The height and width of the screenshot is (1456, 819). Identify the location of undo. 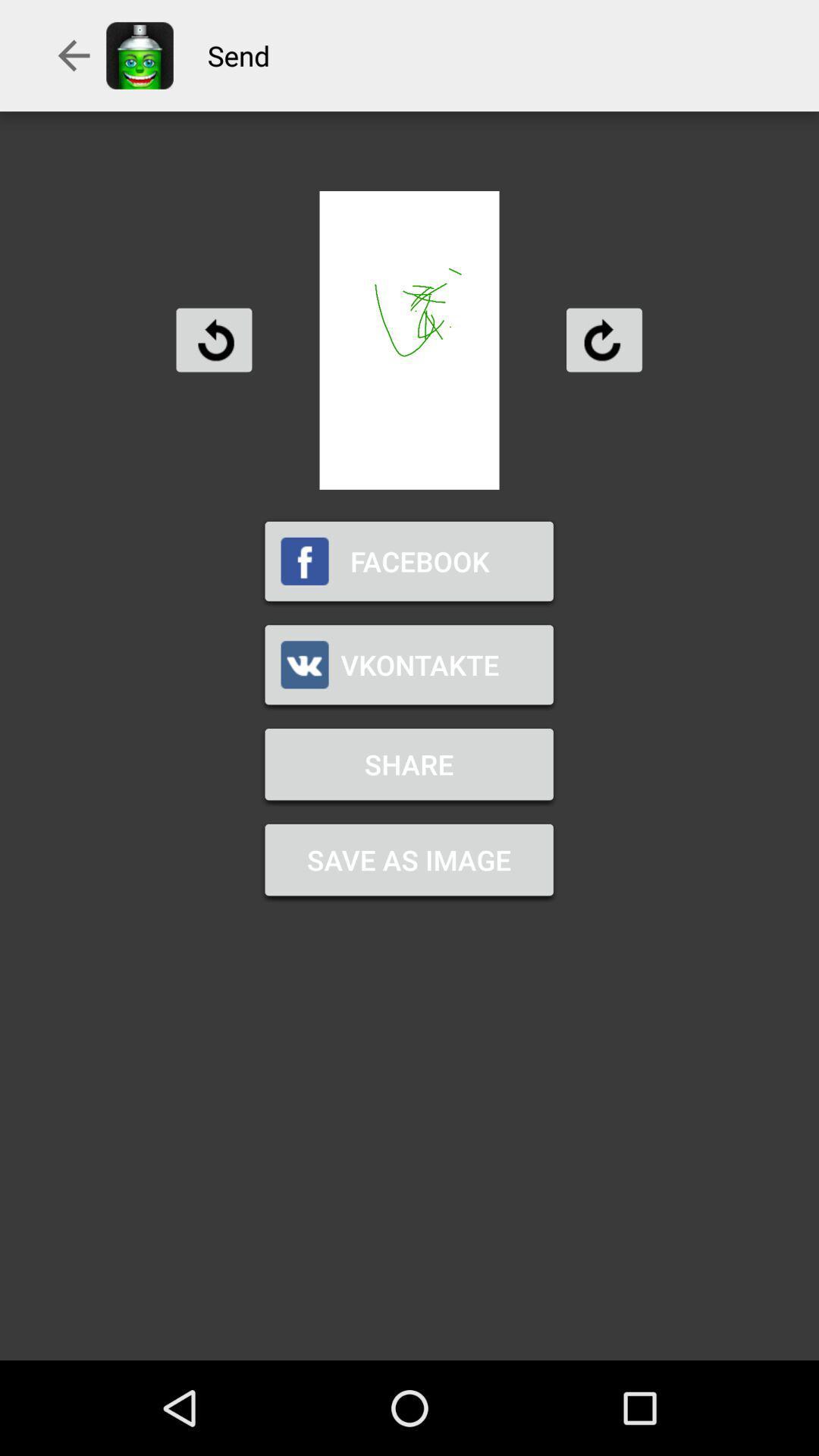
(214, 339).